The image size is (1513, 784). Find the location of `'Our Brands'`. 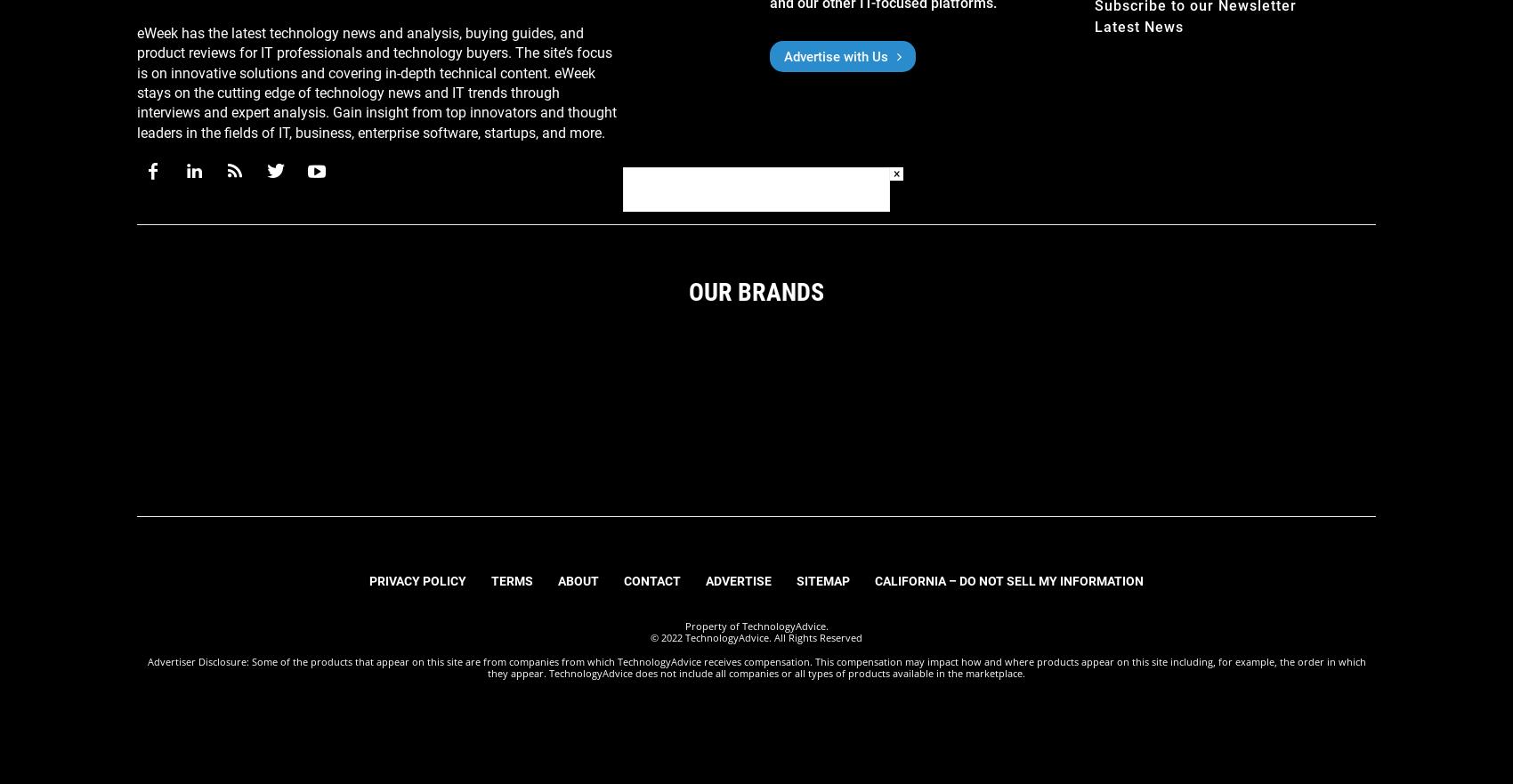

'Our Brands' is located at coordinates (688, 292).